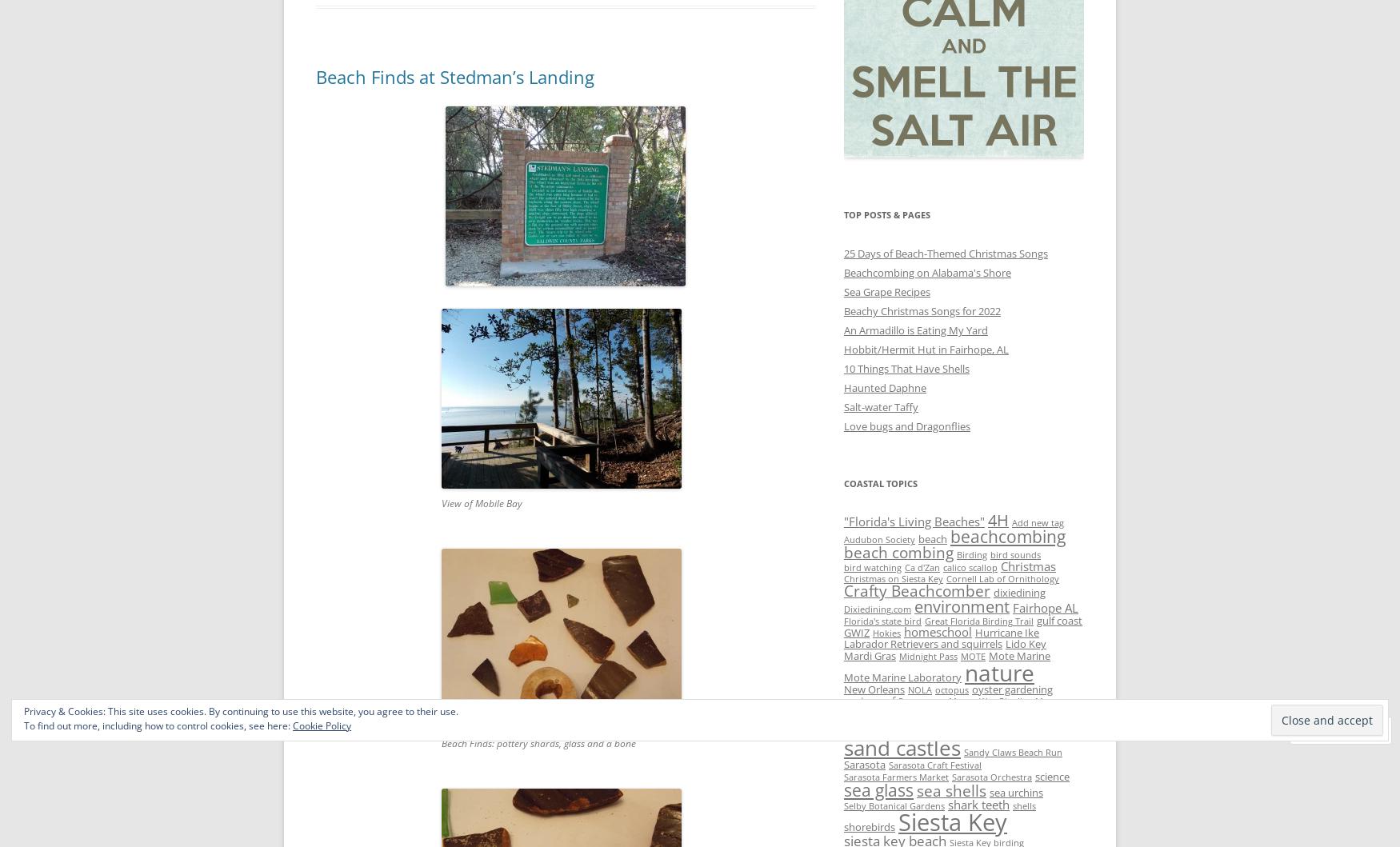 This screenshot has width=1400, height=847. What do you see at coordinates (860, 713) in the screenshot?
I see `'sailboat'` at bounding box center [860, 713].